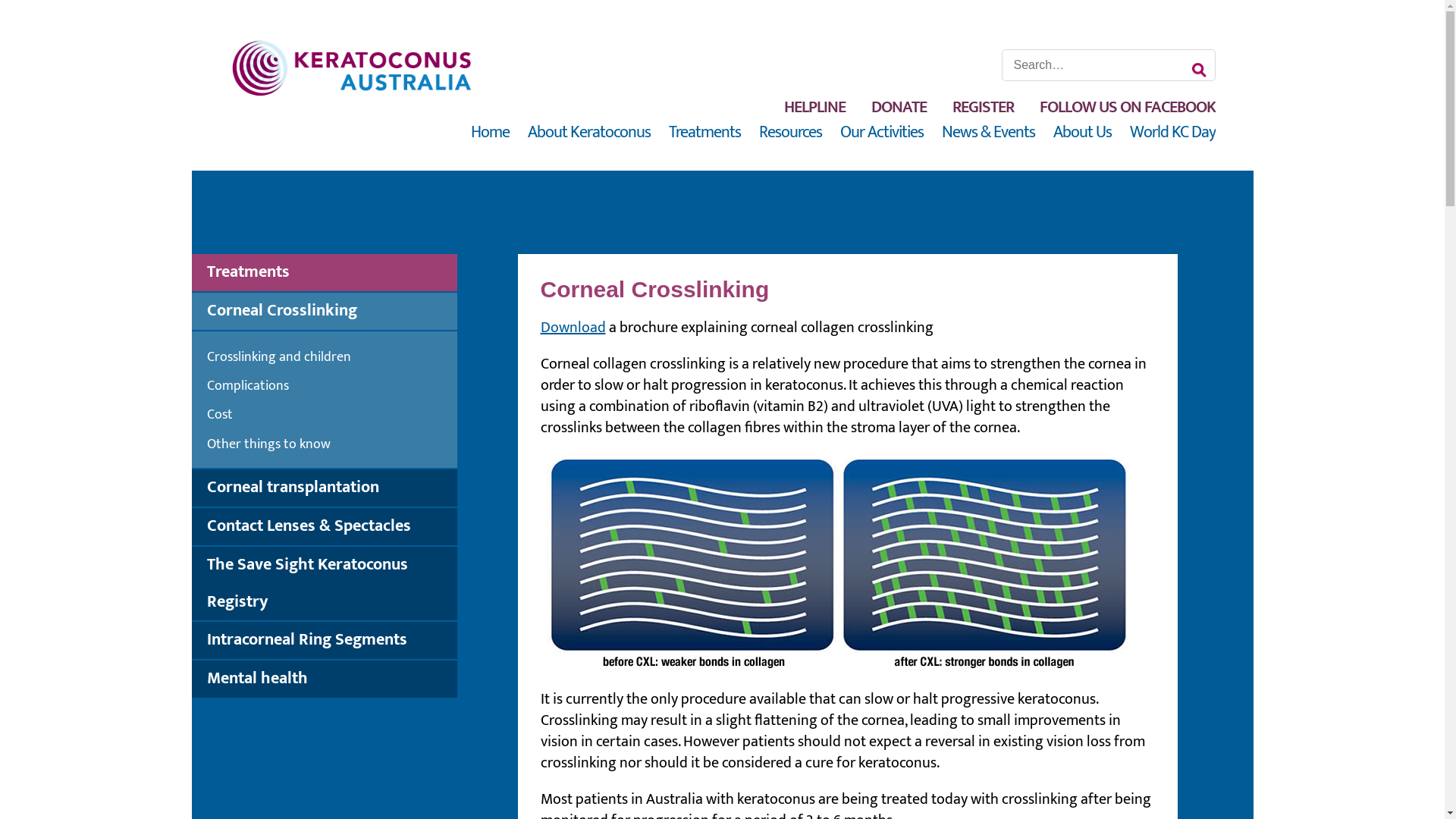  What do you see at coordinates (1037, 106) in the screenshot?
I see `'FOLLOW US ON FACEBOOK'` at bounding box center [1037, 106].